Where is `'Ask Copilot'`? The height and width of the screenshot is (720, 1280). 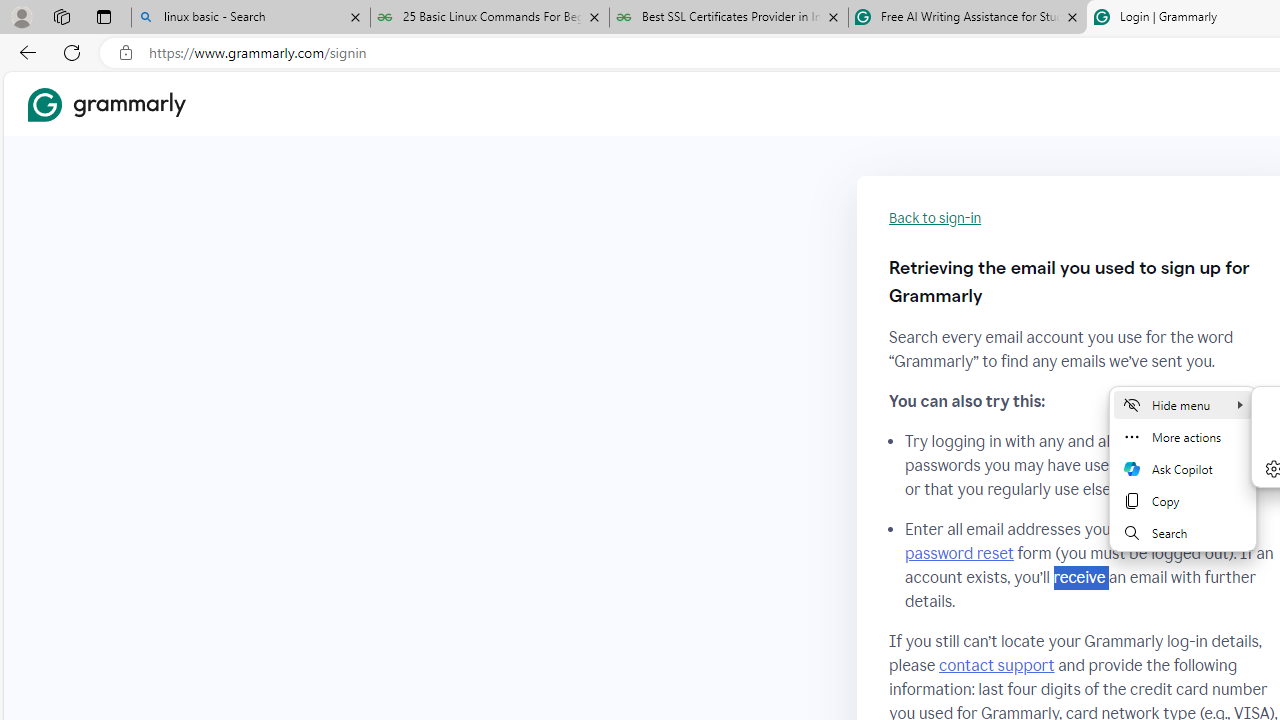
'Ask Copilot' is located at coordinates (1182, 469).